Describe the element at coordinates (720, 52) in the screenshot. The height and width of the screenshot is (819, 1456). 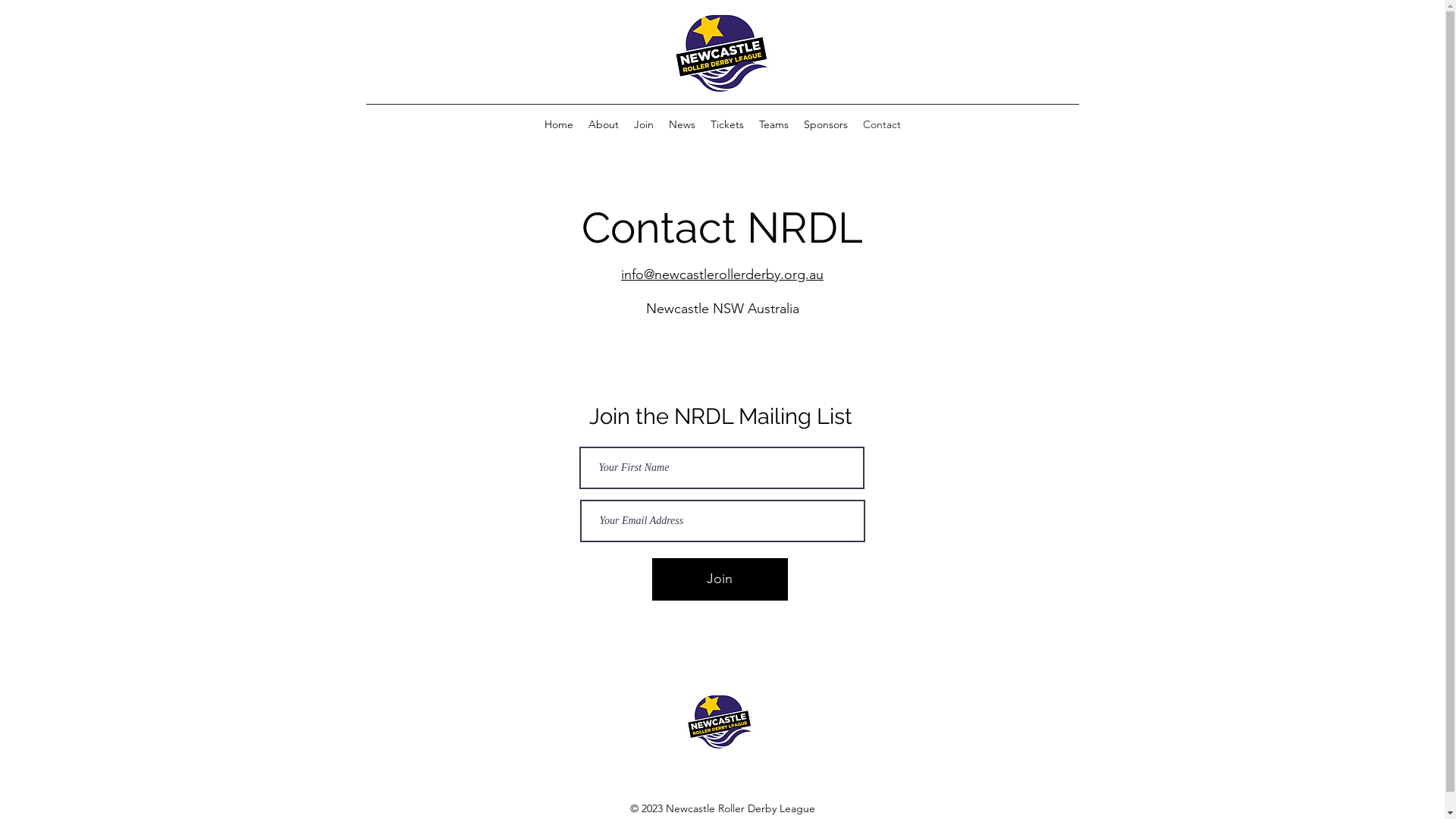
I see `'NRDL-Logo-Cut-out-1024x833.png'` at that location.